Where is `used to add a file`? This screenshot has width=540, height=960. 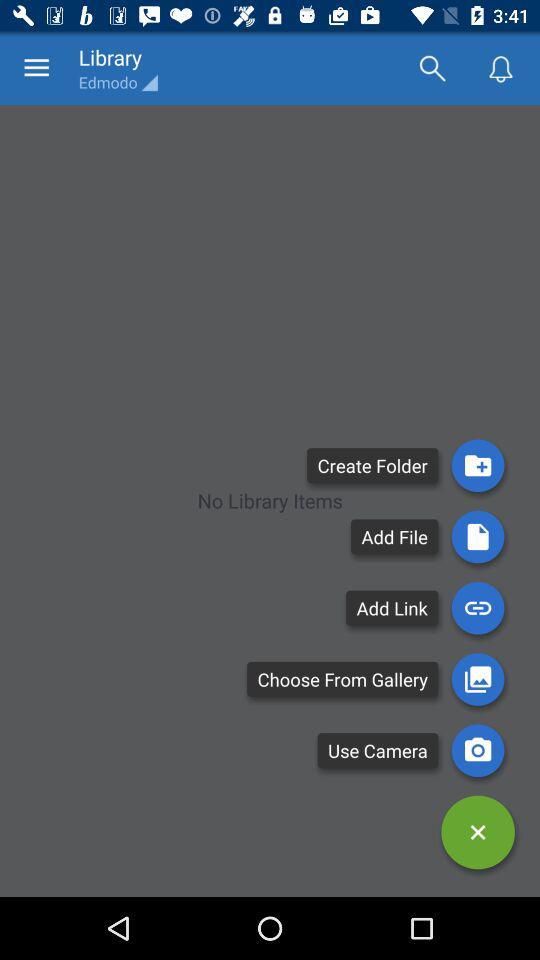
used to add a file is located at coordinates (477, 536).